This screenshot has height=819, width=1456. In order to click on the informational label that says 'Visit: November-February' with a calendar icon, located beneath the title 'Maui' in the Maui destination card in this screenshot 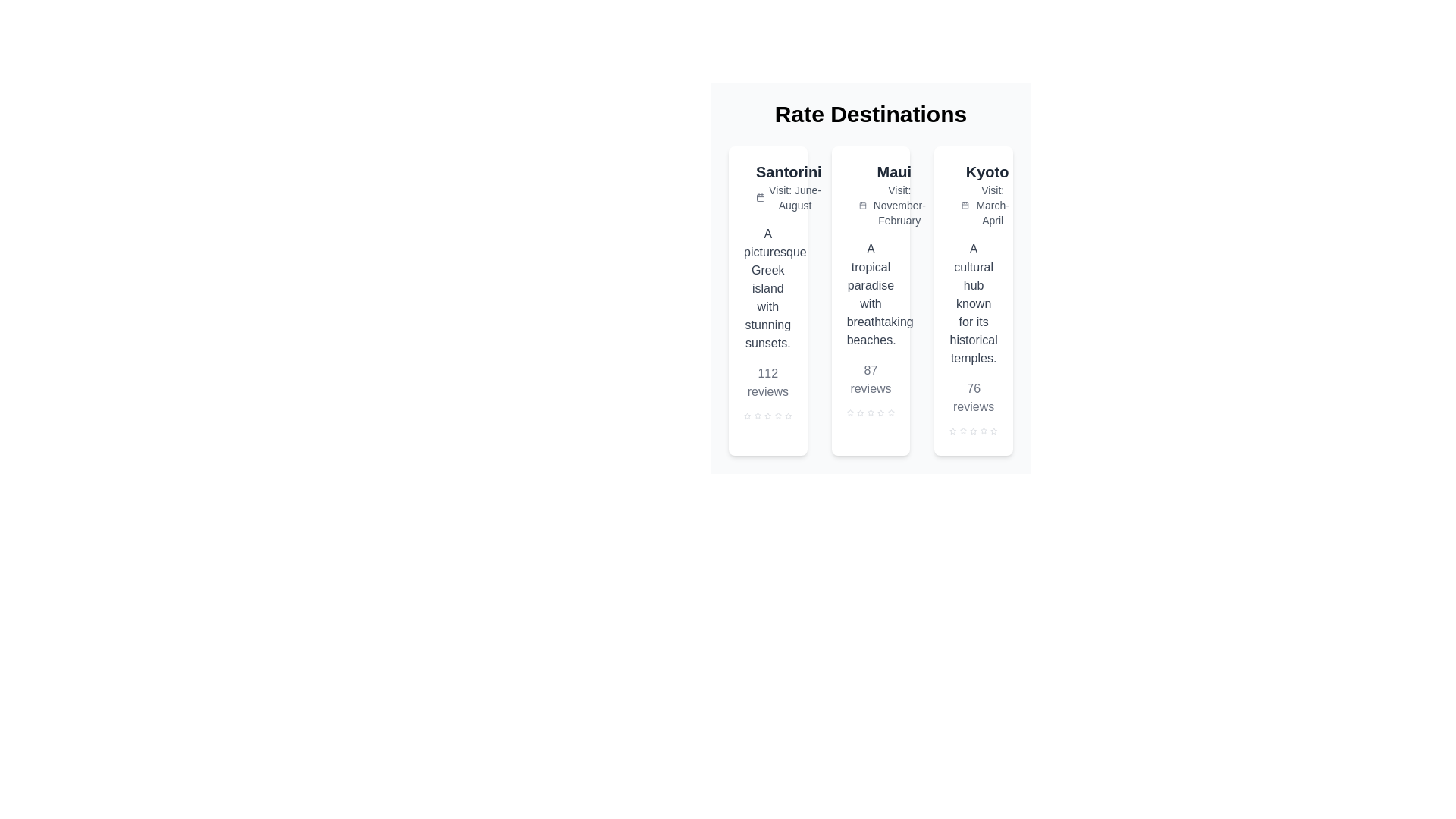, I will do `click(894, 205)`.